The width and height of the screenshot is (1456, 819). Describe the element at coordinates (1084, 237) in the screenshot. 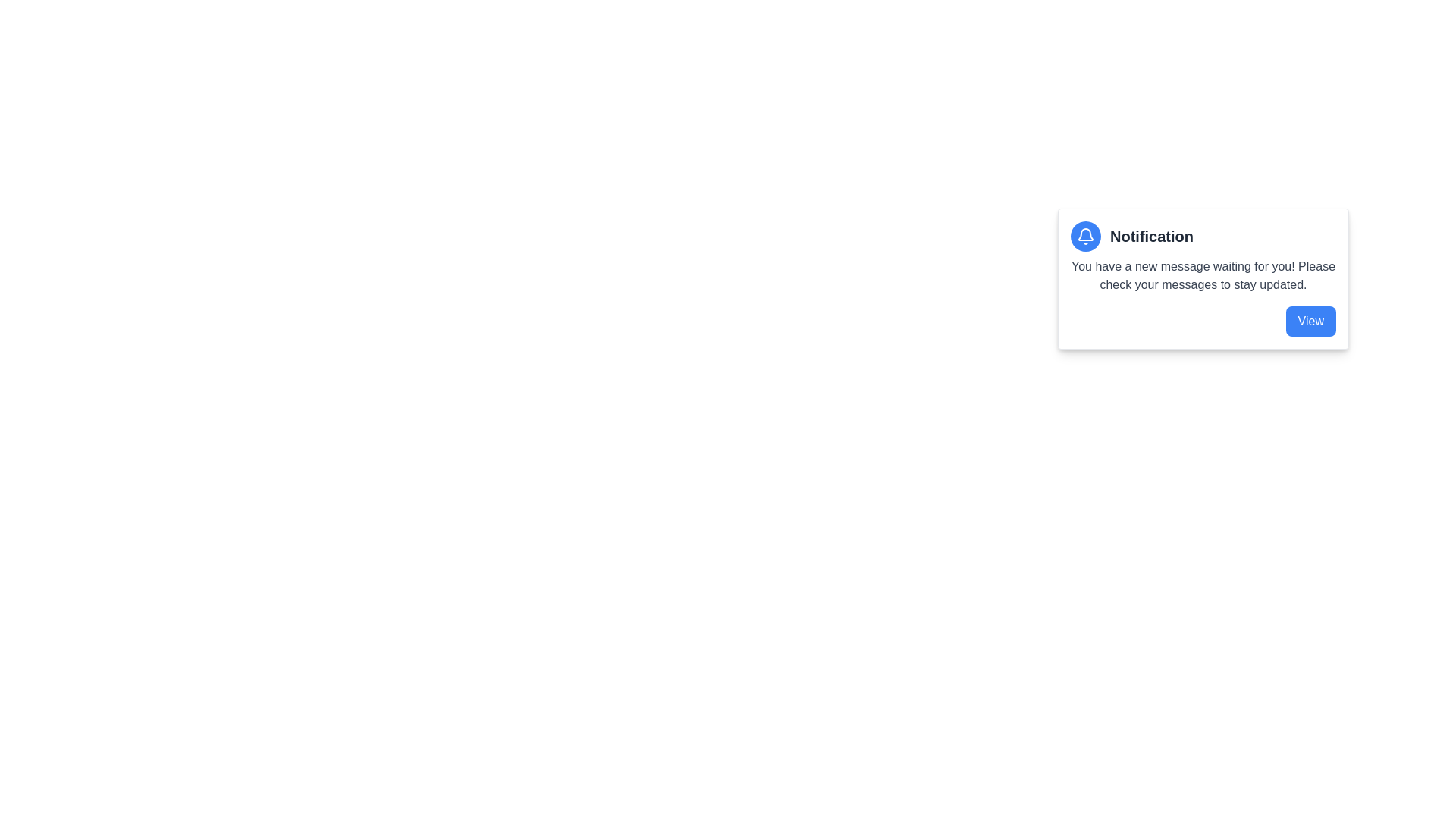

I see `the circular blue notification icon with a white bell symbol located at the leftmost part of the notification bar` at that location.